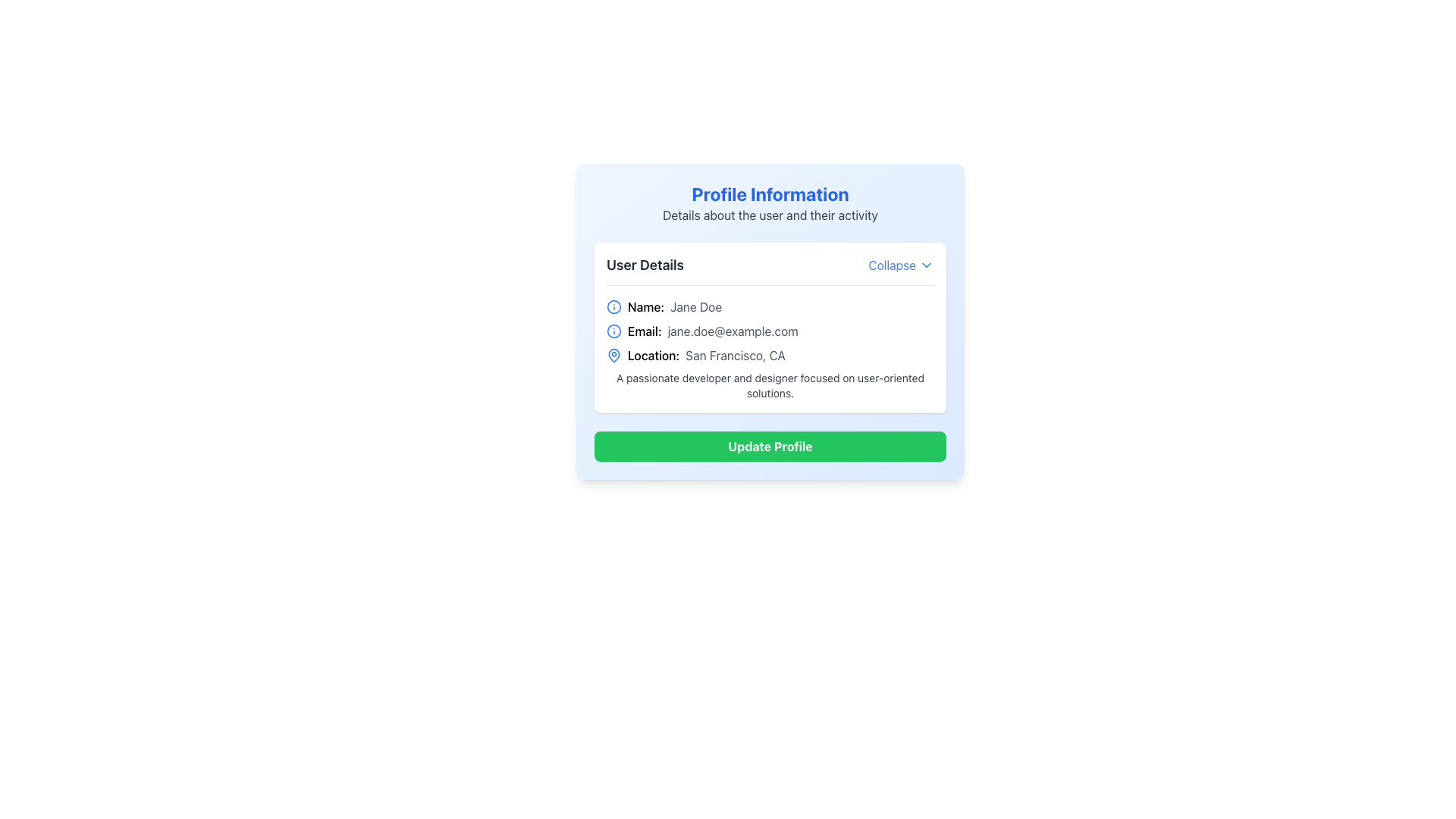  Describe the element at coordinates (614, 330) in the screenshot. I see `the informational icon located to the left of the text 'Email: jane.doe@example.com' in the 'User Details' section` at that location.